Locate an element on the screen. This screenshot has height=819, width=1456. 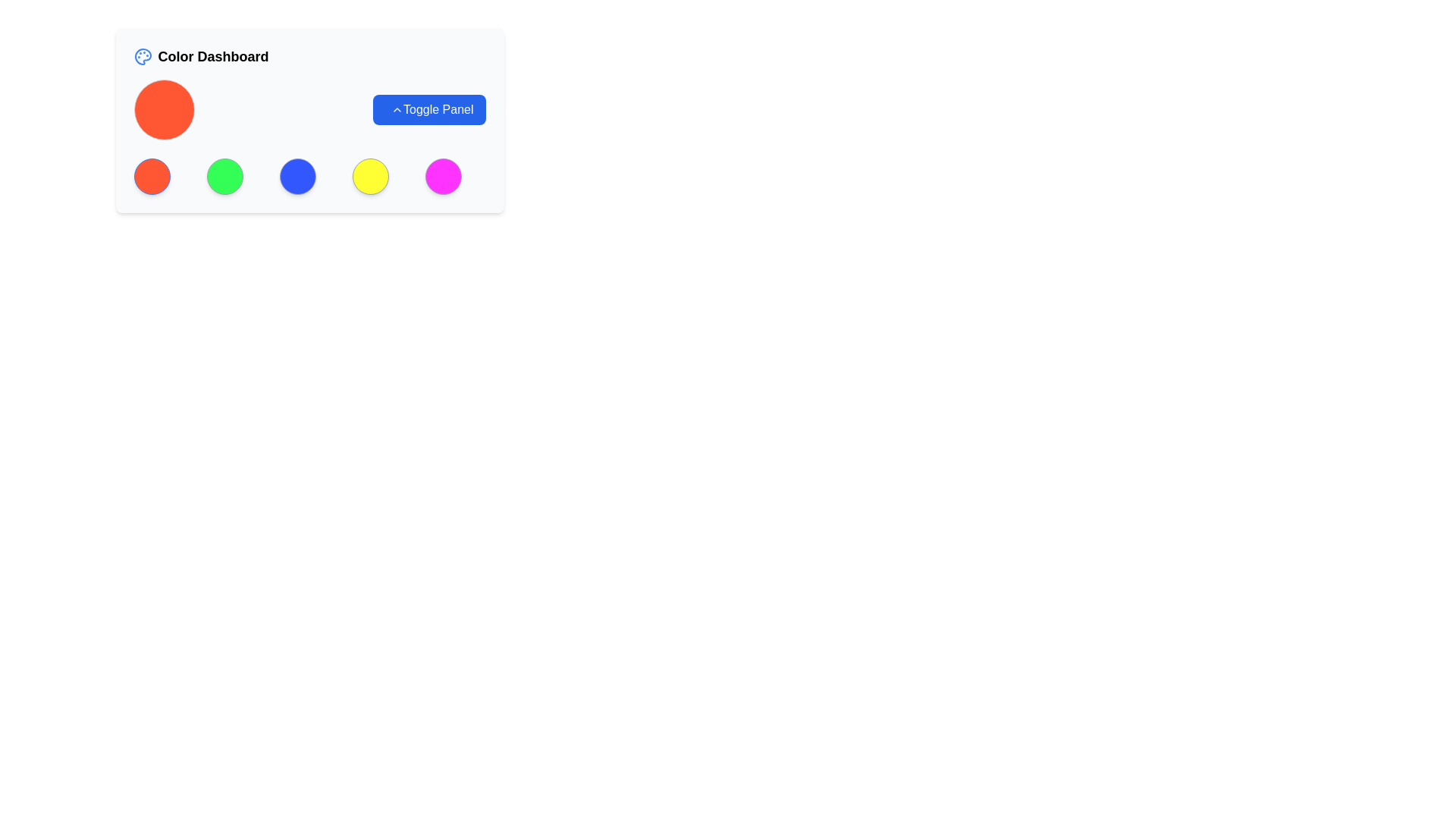
the fourth button in a horizontal row of five buttons is located at coordinates (370, 175).